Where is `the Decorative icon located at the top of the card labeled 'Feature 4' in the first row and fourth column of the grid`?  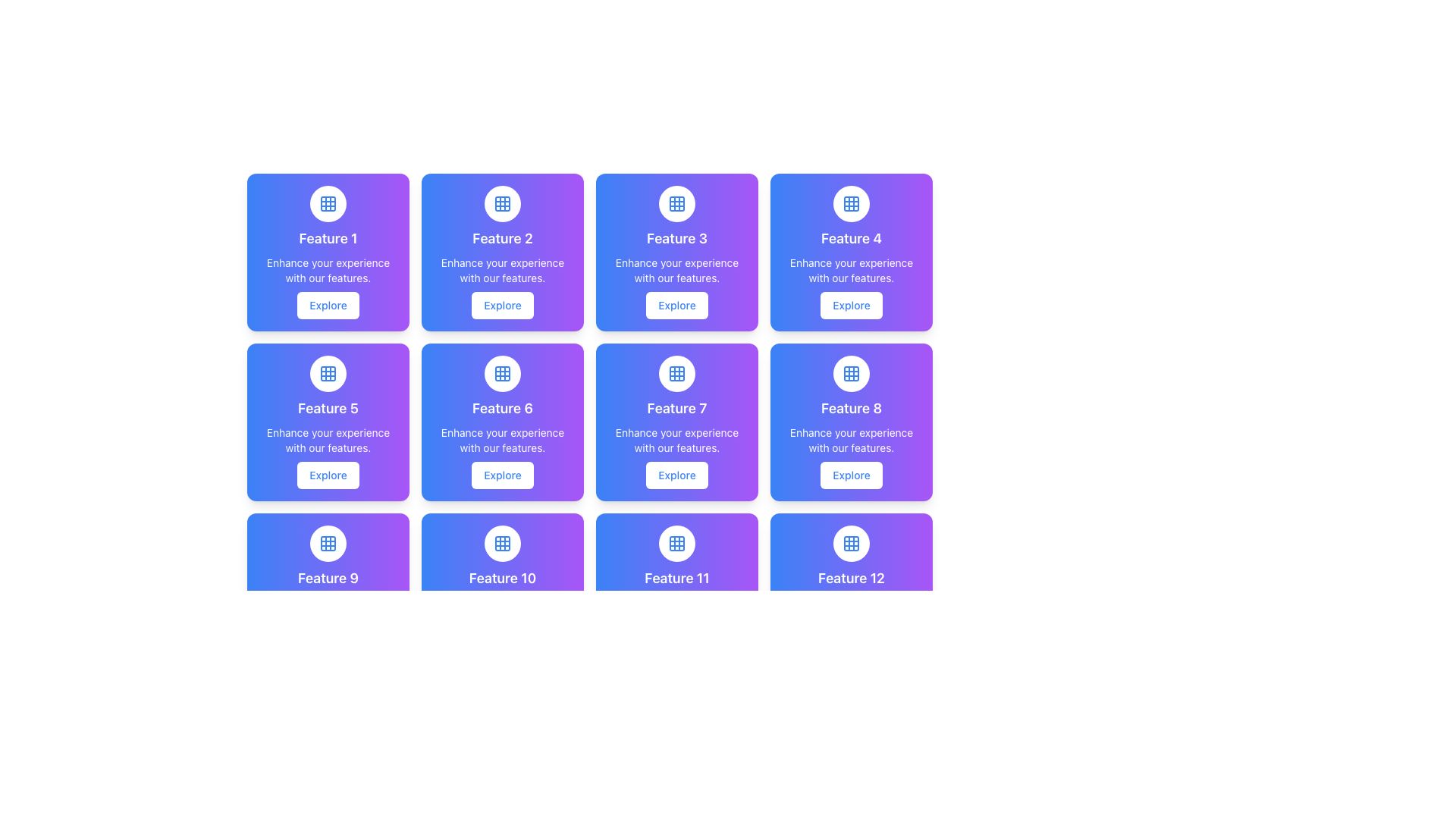
the Decorative icon located at the top of the card labeled 'Feature 4' in the first row and fourth column of the grid is located at coordinates (852, 203).